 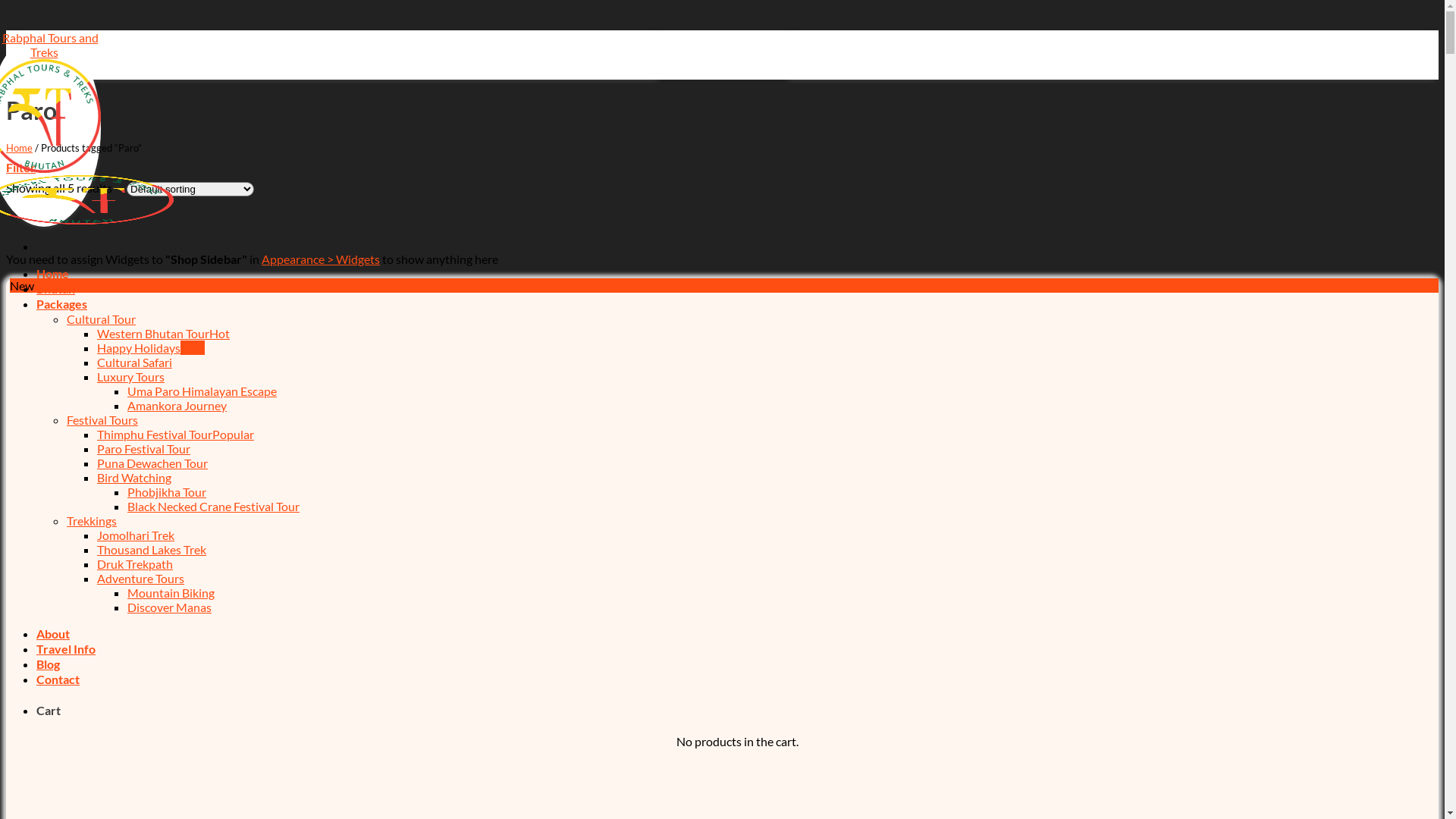 I want to click on 'Festival Tours', so click(x=101, y=419).